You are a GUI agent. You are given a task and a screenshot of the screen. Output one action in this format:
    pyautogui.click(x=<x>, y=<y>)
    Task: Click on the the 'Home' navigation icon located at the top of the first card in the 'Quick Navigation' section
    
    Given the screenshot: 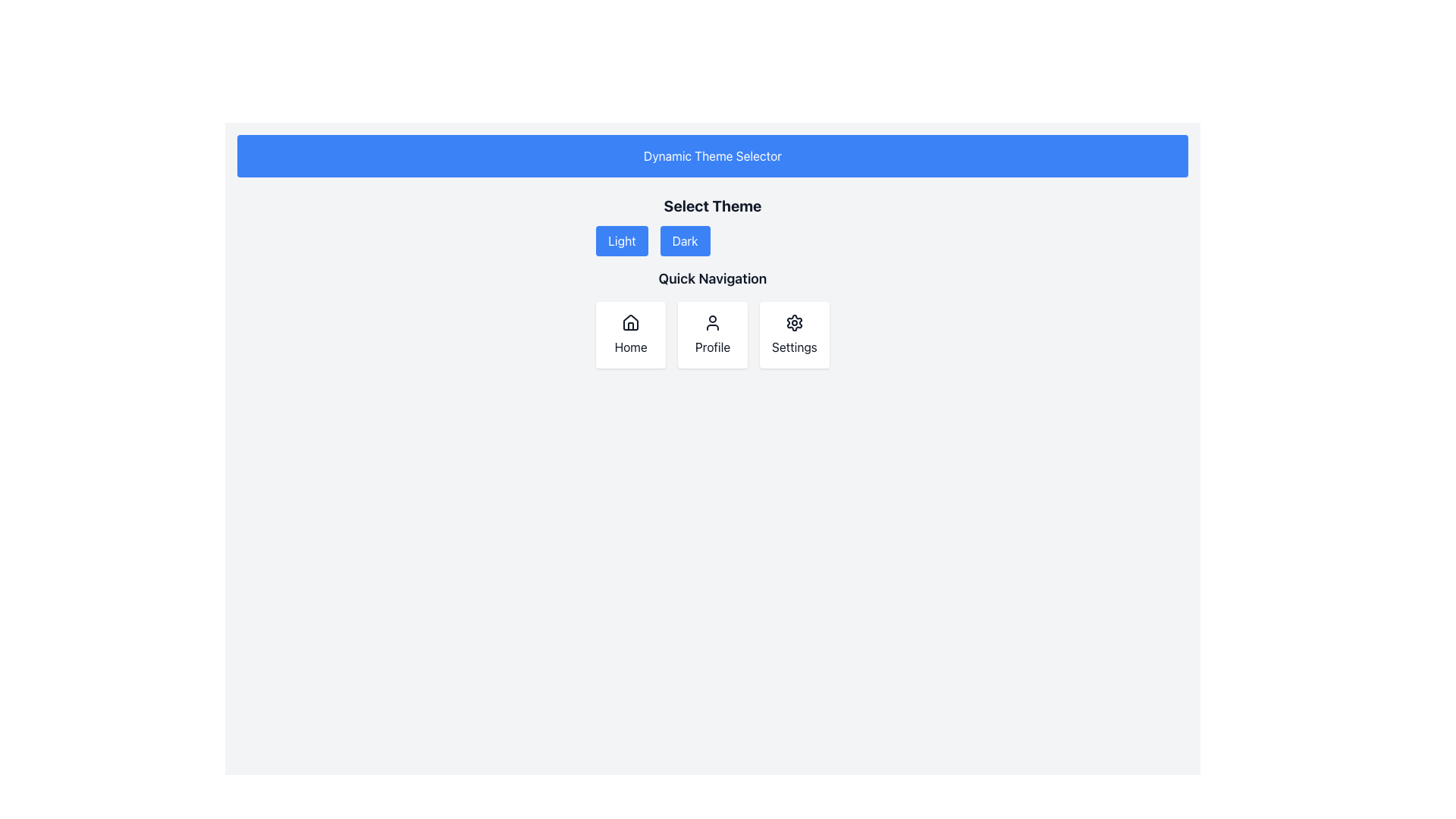 What is the action you would take?
    pyautogui.click(x=630, y=321)
    